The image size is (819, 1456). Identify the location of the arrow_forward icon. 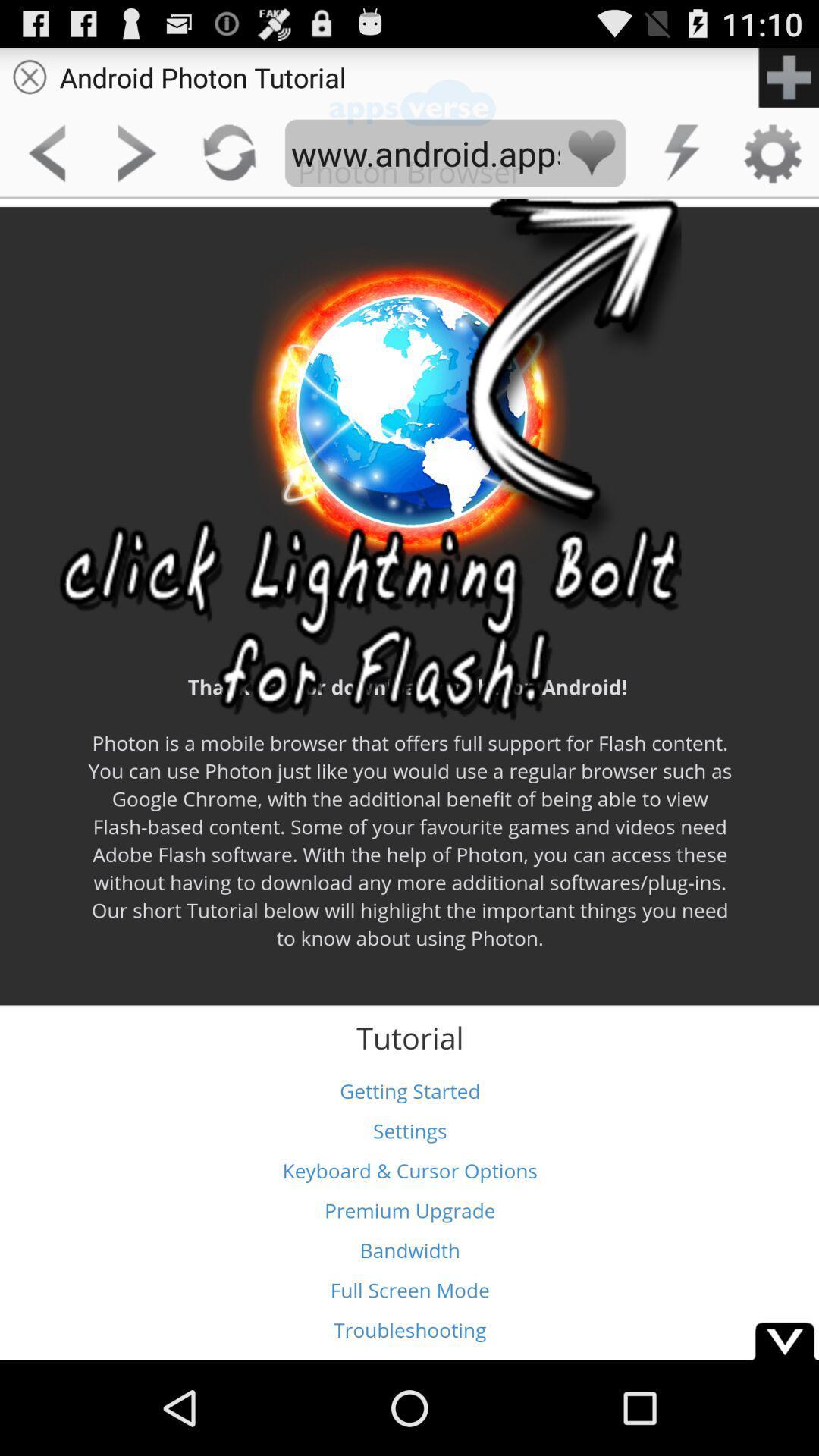
(137, 164).